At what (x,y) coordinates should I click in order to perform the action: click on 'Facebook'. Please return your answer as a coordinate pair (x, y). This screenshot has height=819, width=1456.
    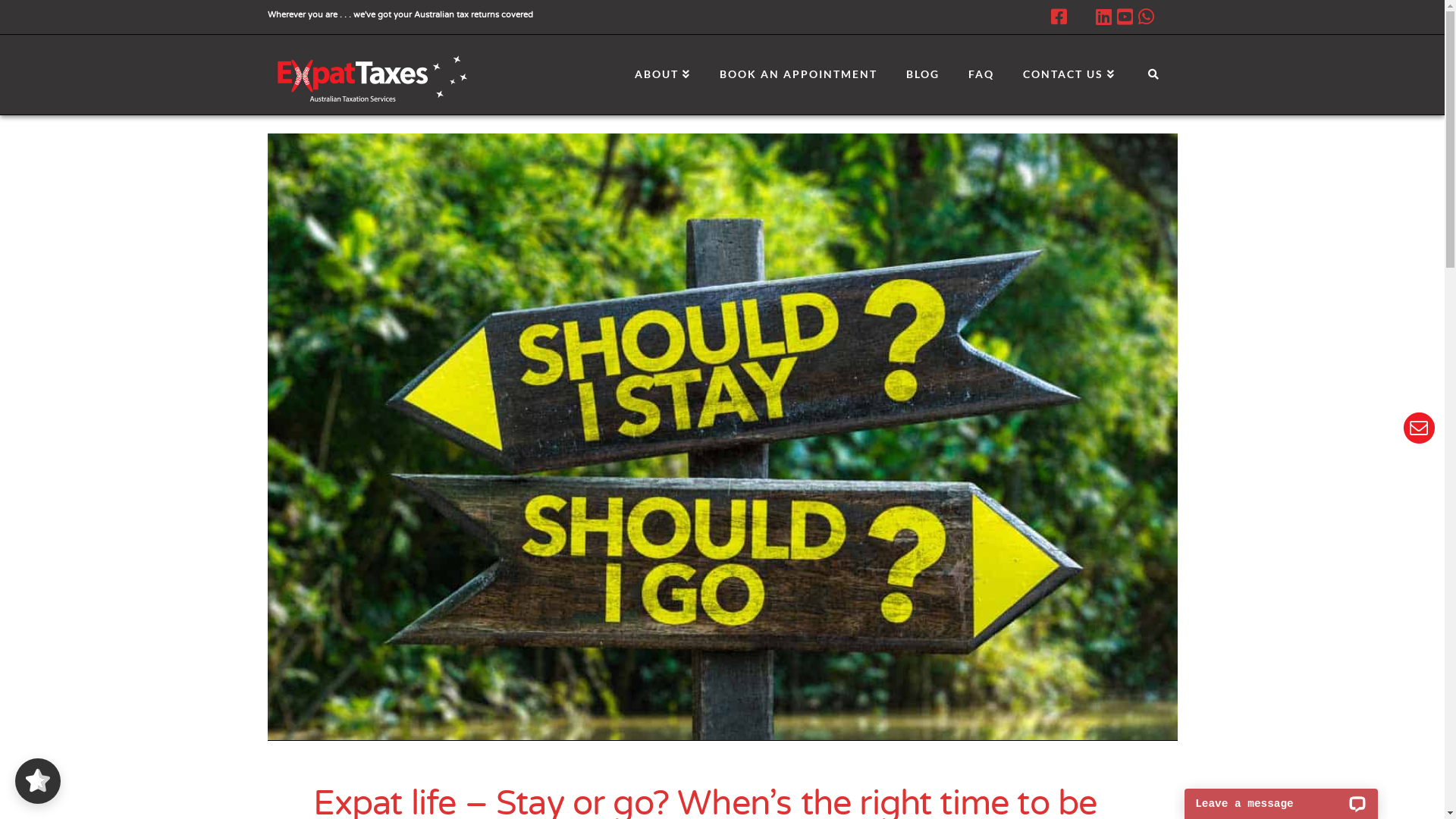
    Looking at the image, I should click on (1058, 17).